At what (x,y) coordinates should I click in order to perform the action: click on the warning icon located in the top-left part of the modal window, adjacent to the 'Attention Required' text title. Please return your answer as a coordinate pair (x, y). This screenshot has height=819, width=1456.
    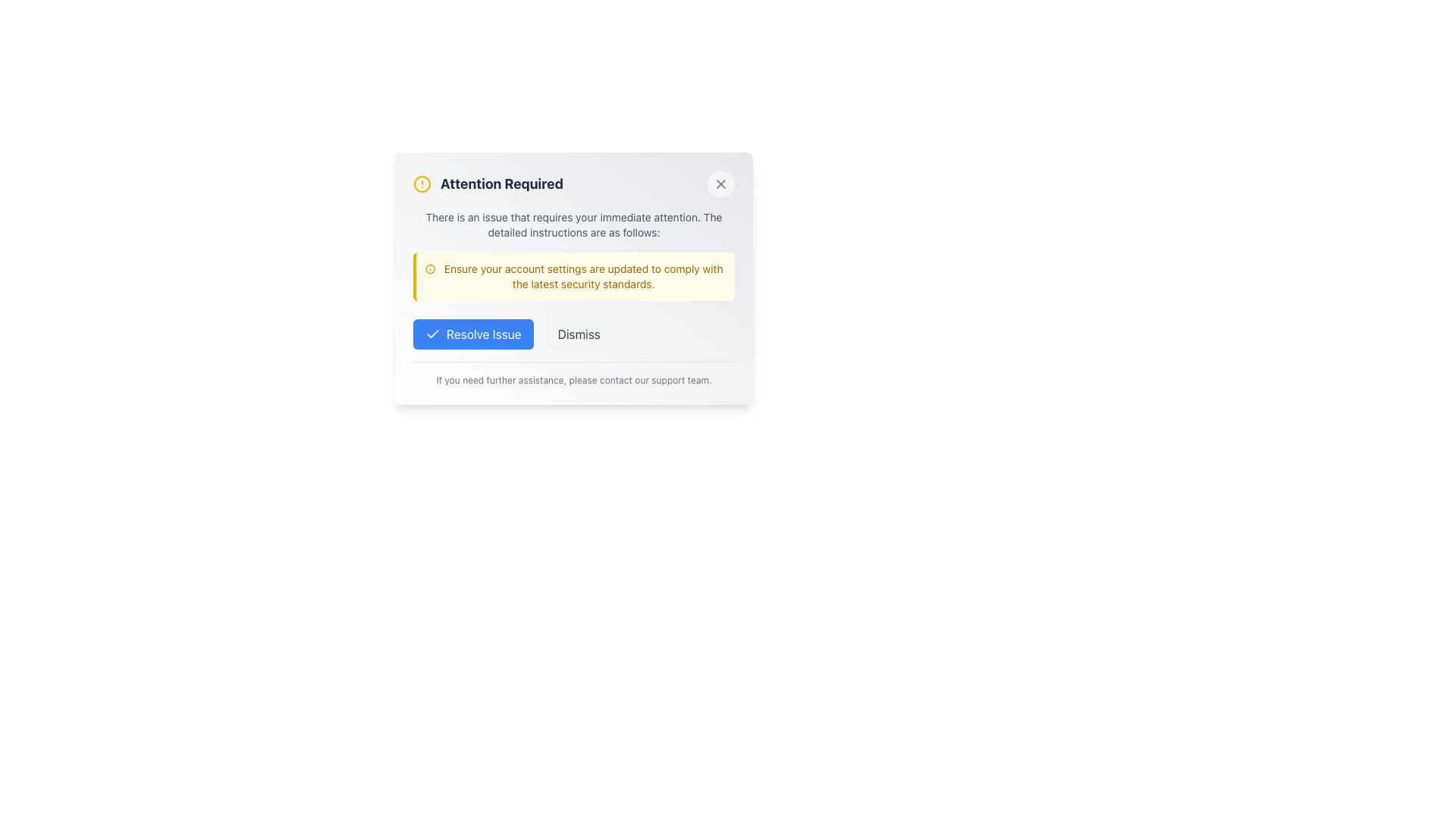
    Looking at the image, I should click on (422, 184).